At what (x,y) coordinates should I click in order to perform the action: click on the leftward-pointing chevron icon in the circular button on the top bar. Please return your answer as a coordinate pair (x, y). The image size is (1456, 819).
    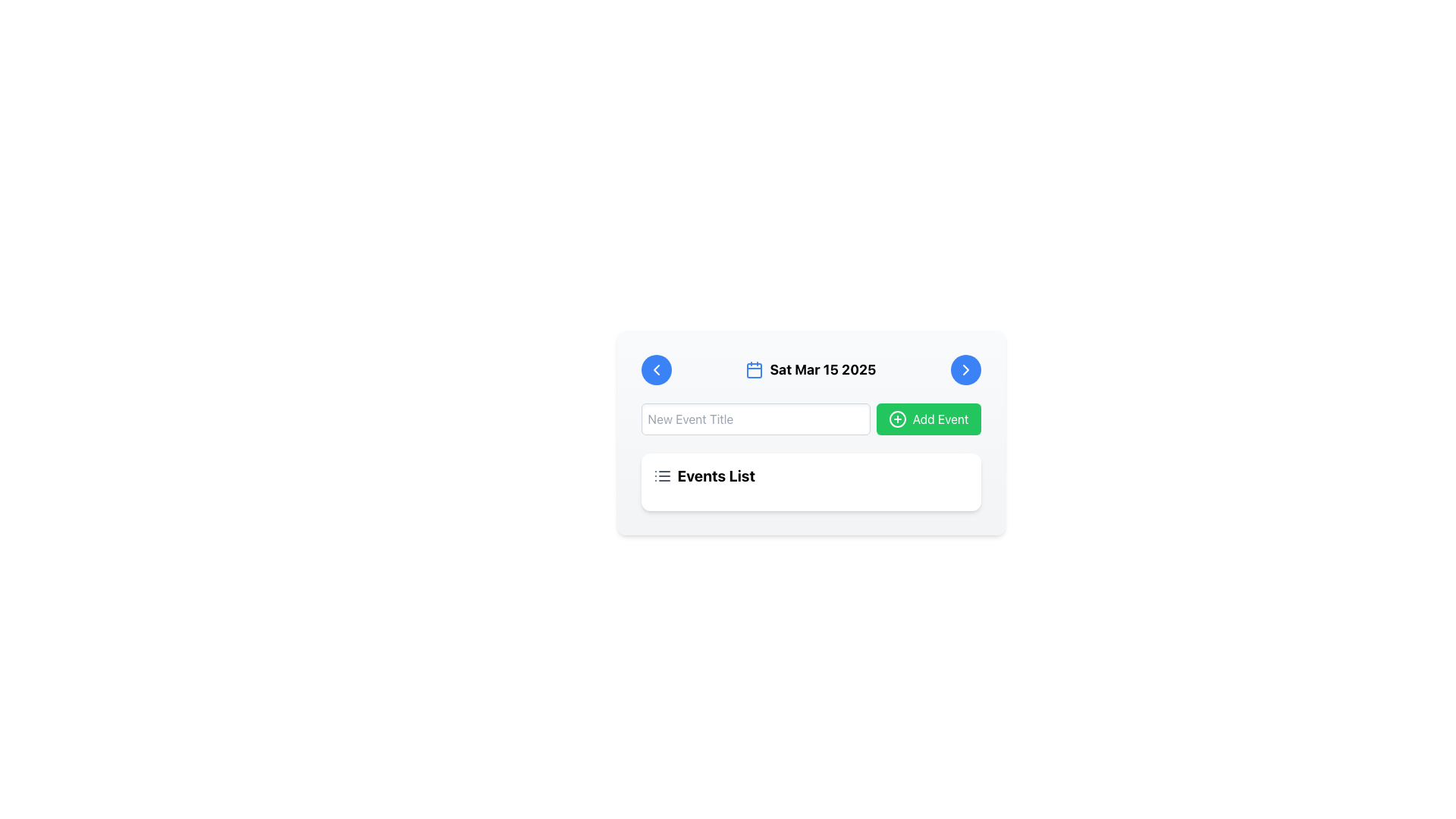
    Looking at the image, I should click on (656, 370).